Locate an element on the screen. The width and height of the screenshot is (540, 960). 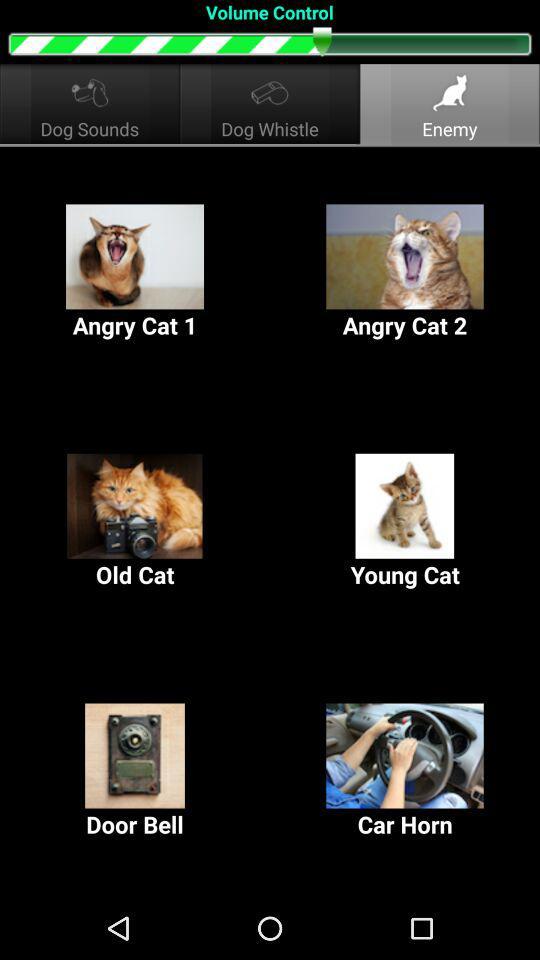
the item below angry cat 1 button is located at coordinates (405, 521).